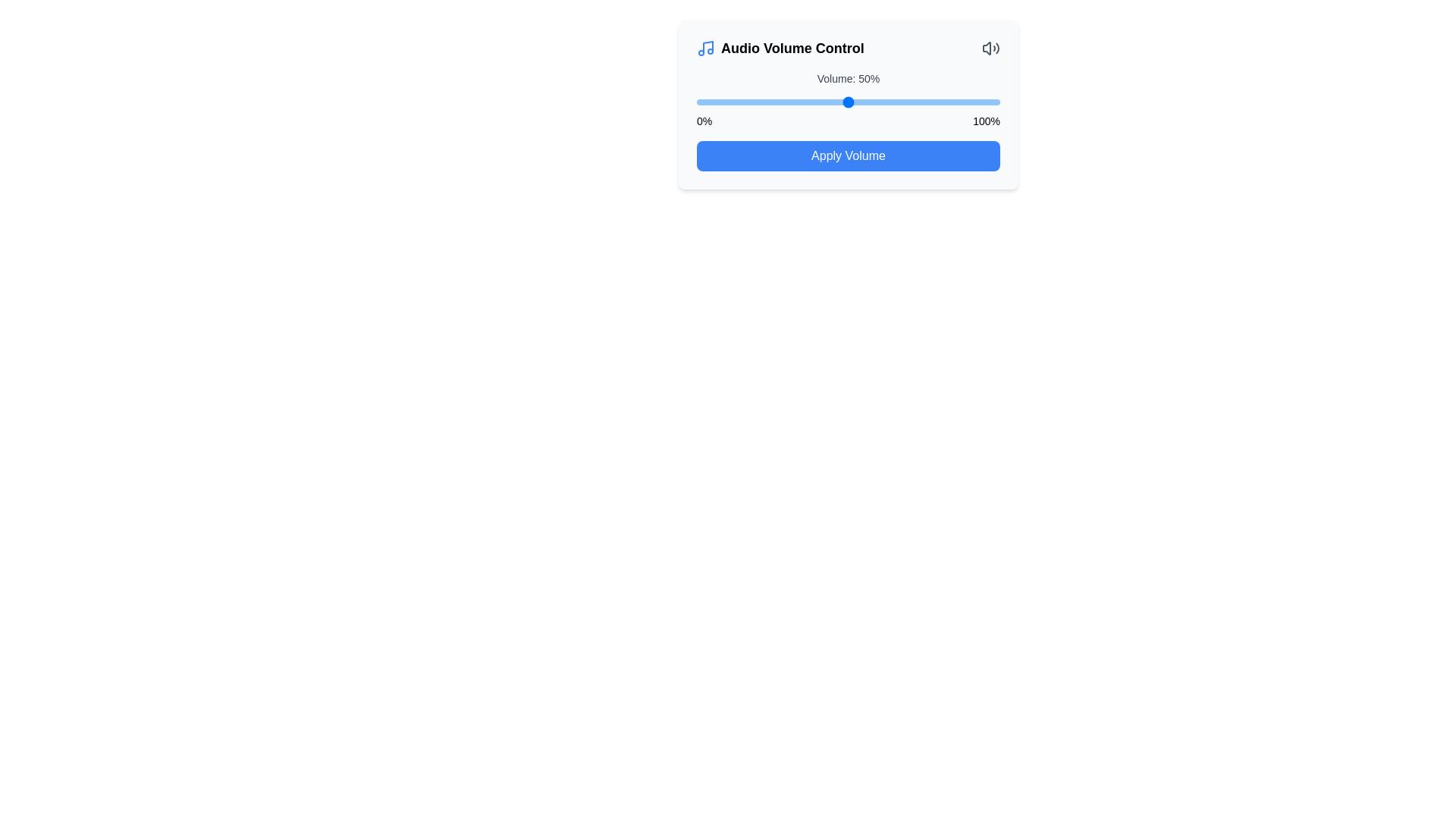  What do you see at coordinates (942, 102) in the screenshot?
I see `the volume level` at bounding box center [942, 102].